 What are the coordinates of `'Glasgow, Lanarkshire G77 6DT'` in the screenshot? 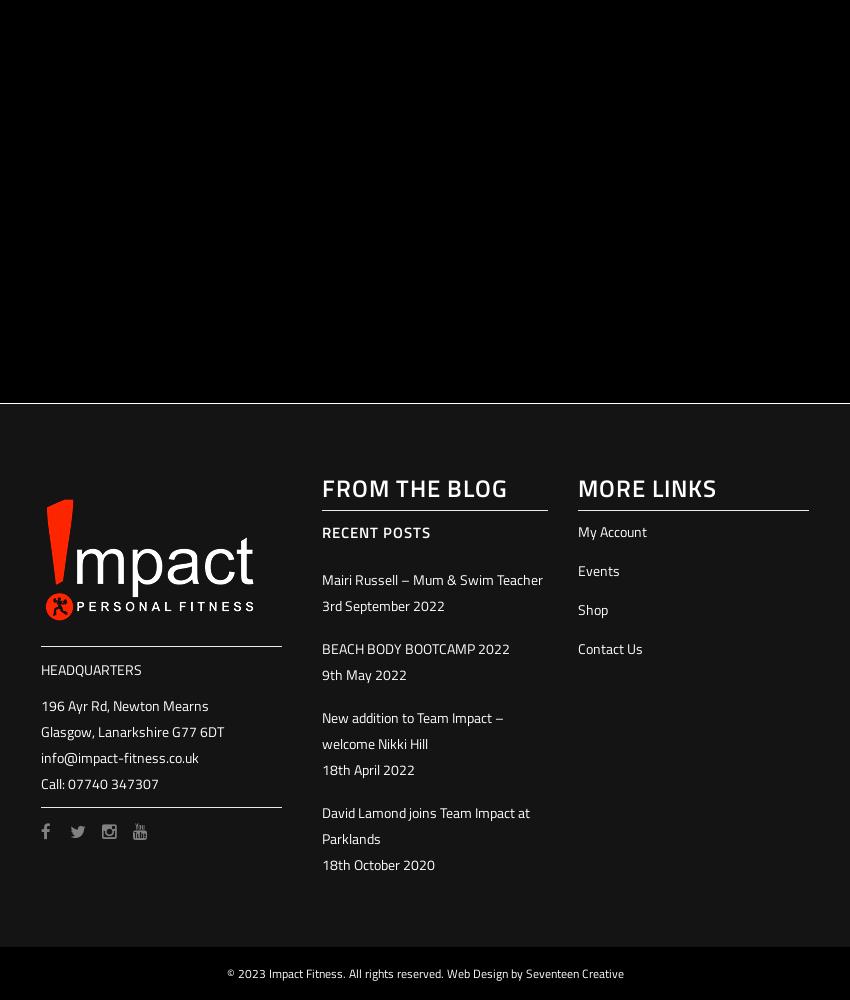 It's located at (132, 730).